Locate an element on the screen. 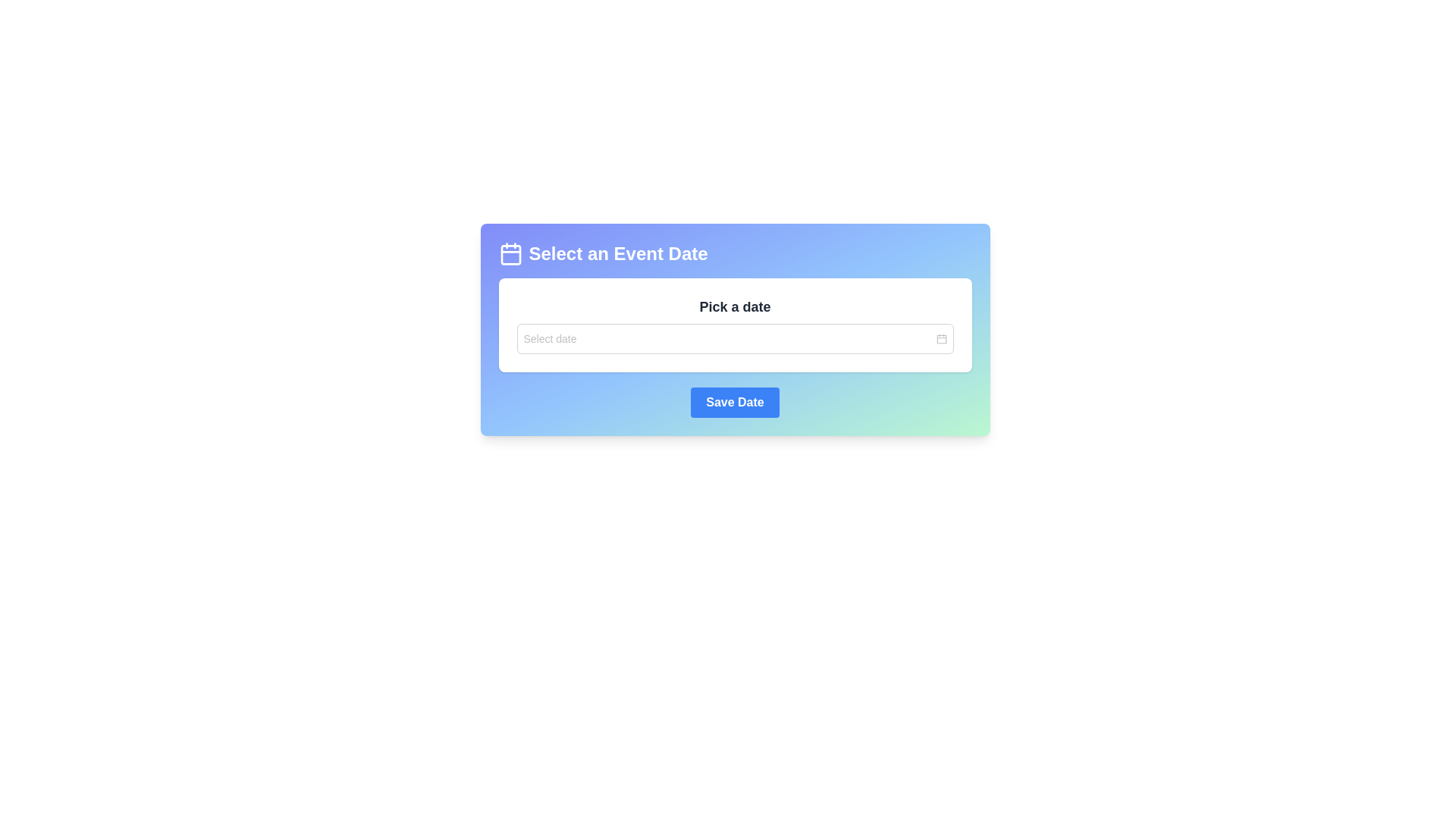 Image resolution: width=1456 pixels, height=819 pixels. the calendar icon located at the right end of the pick-a-date input field is located at coordinates (940, 338).